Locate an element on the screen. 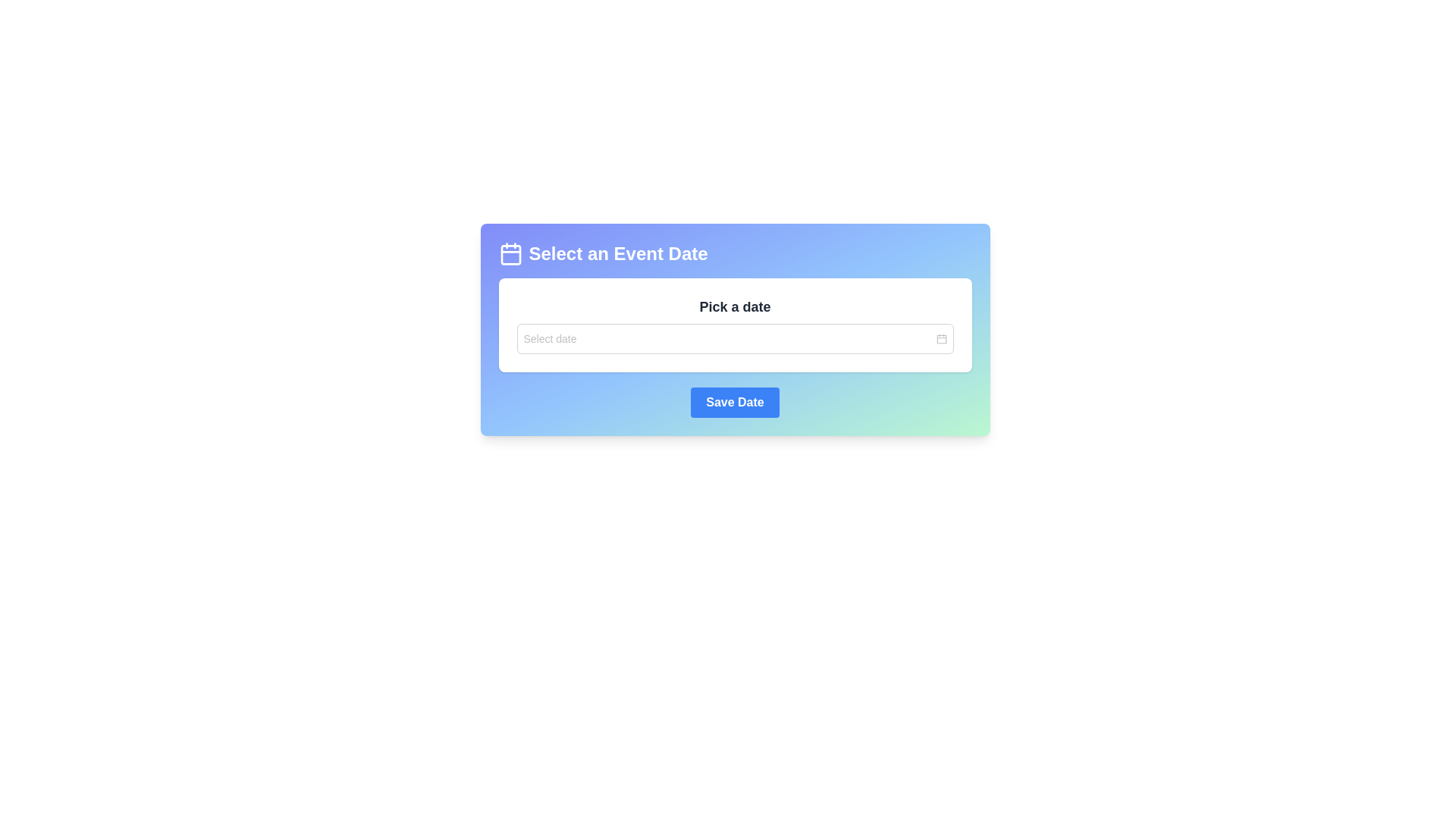 Image resolution: width=1456 pixels, height=819 pixels. the calendar icon located at the right end of the pick-a-date input field is located at coordinates (940, 338).